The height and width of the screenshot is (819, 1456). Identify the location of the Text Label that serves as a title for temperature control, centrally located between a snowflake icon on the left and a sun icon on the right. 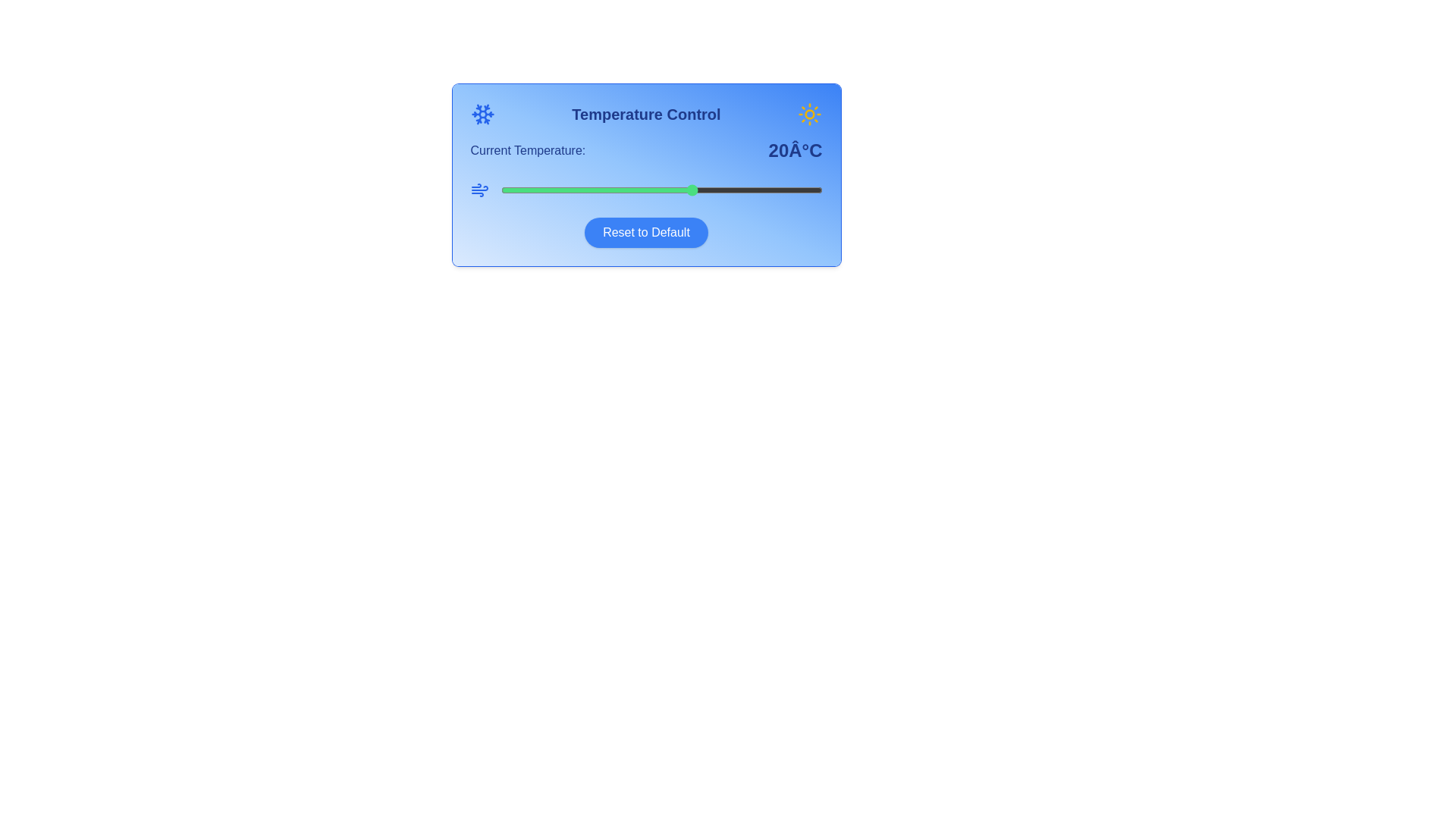
(646, 113).